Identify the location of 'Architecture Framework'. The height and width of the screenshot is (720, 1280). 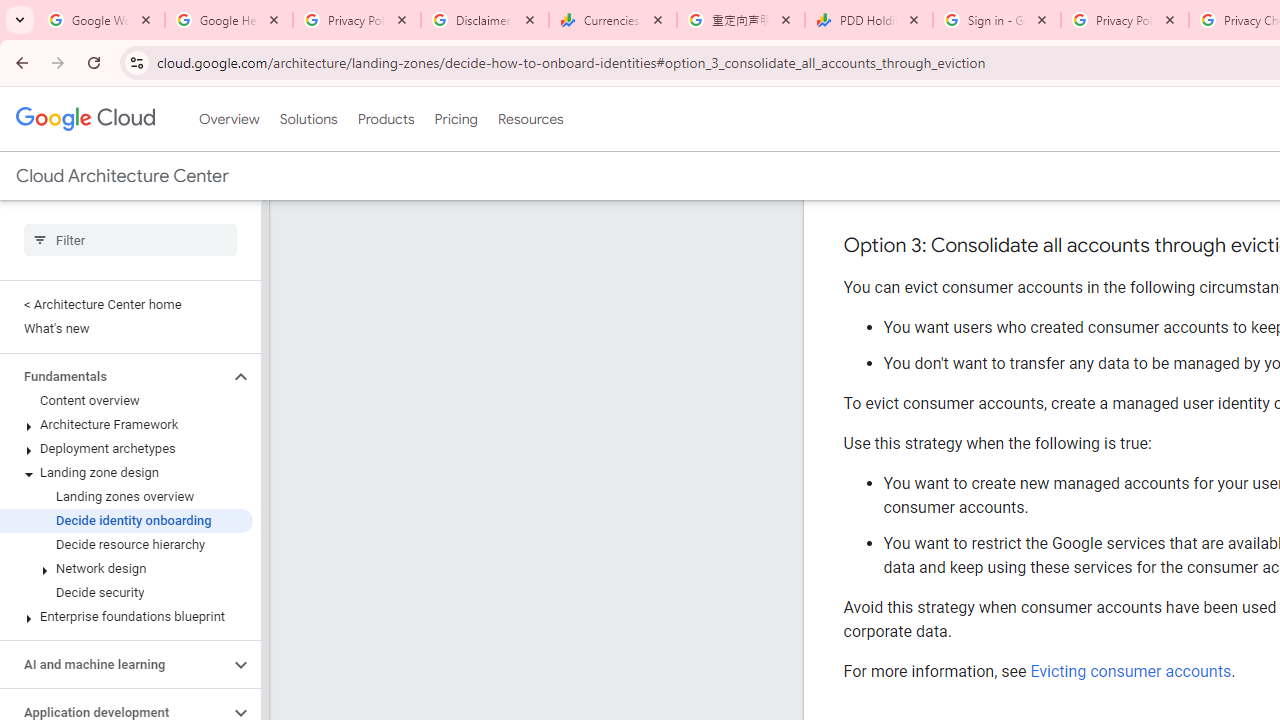
(125, 424).